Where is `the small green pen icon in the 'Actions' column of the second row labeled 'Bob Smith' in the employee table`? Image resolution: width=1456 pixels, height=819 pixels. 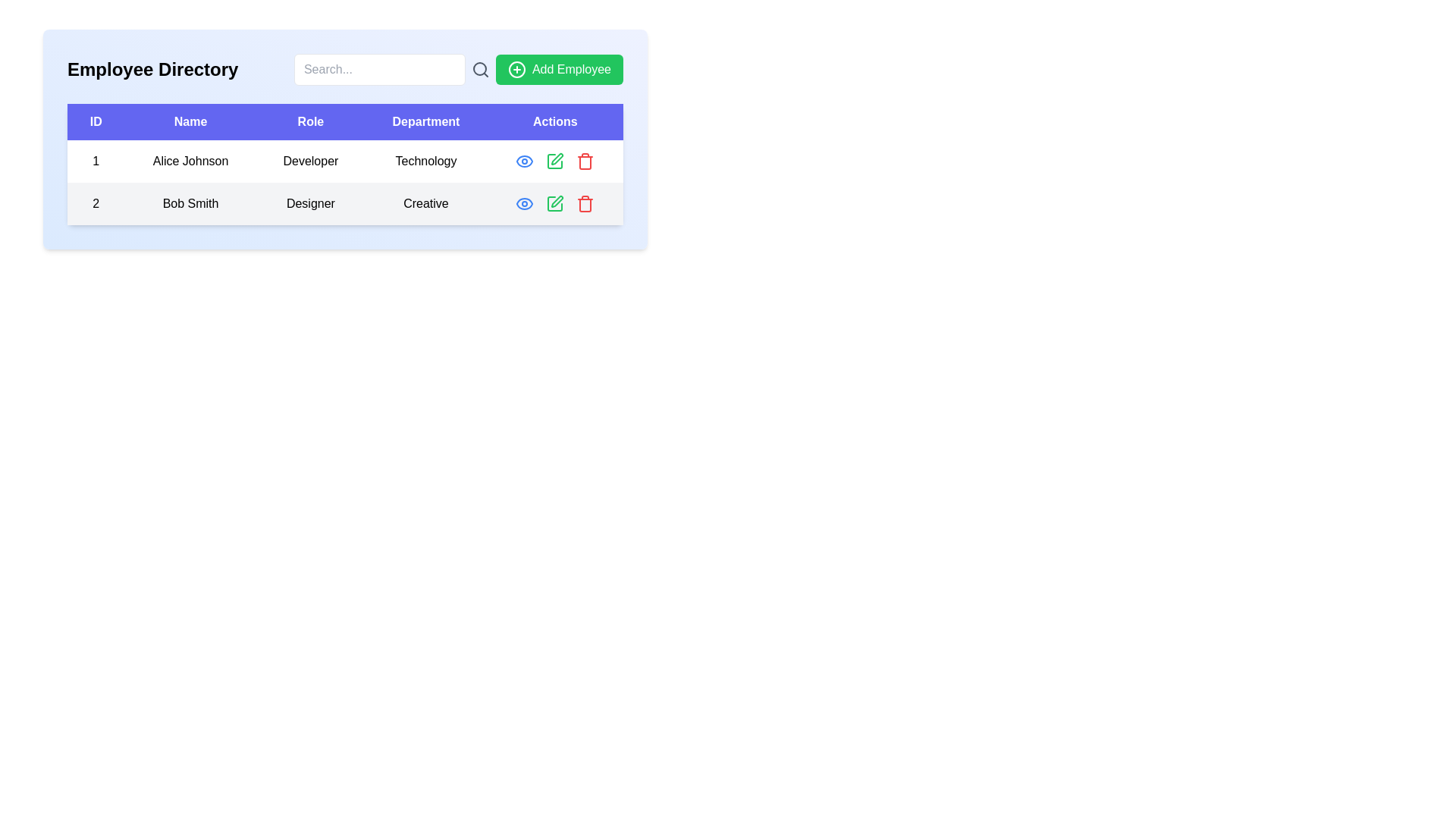 the small green pen icon in the 'Actions' column of the second row labeled 'Bob Smith' in the employee table is located at coordinates (557, 158).